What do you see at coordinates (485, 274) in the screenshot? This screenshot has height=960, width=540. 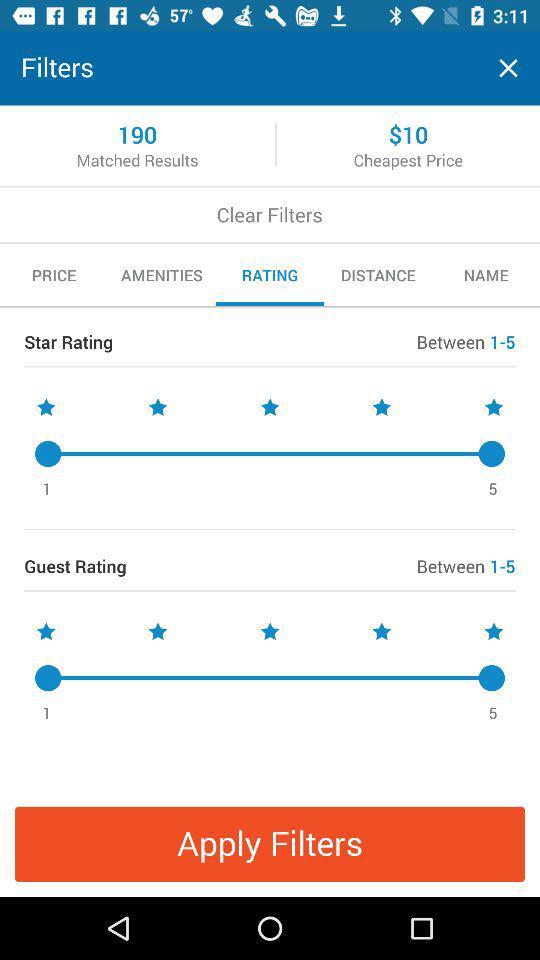 I see `the icon next to distance item` at bounding box center [485, 274].